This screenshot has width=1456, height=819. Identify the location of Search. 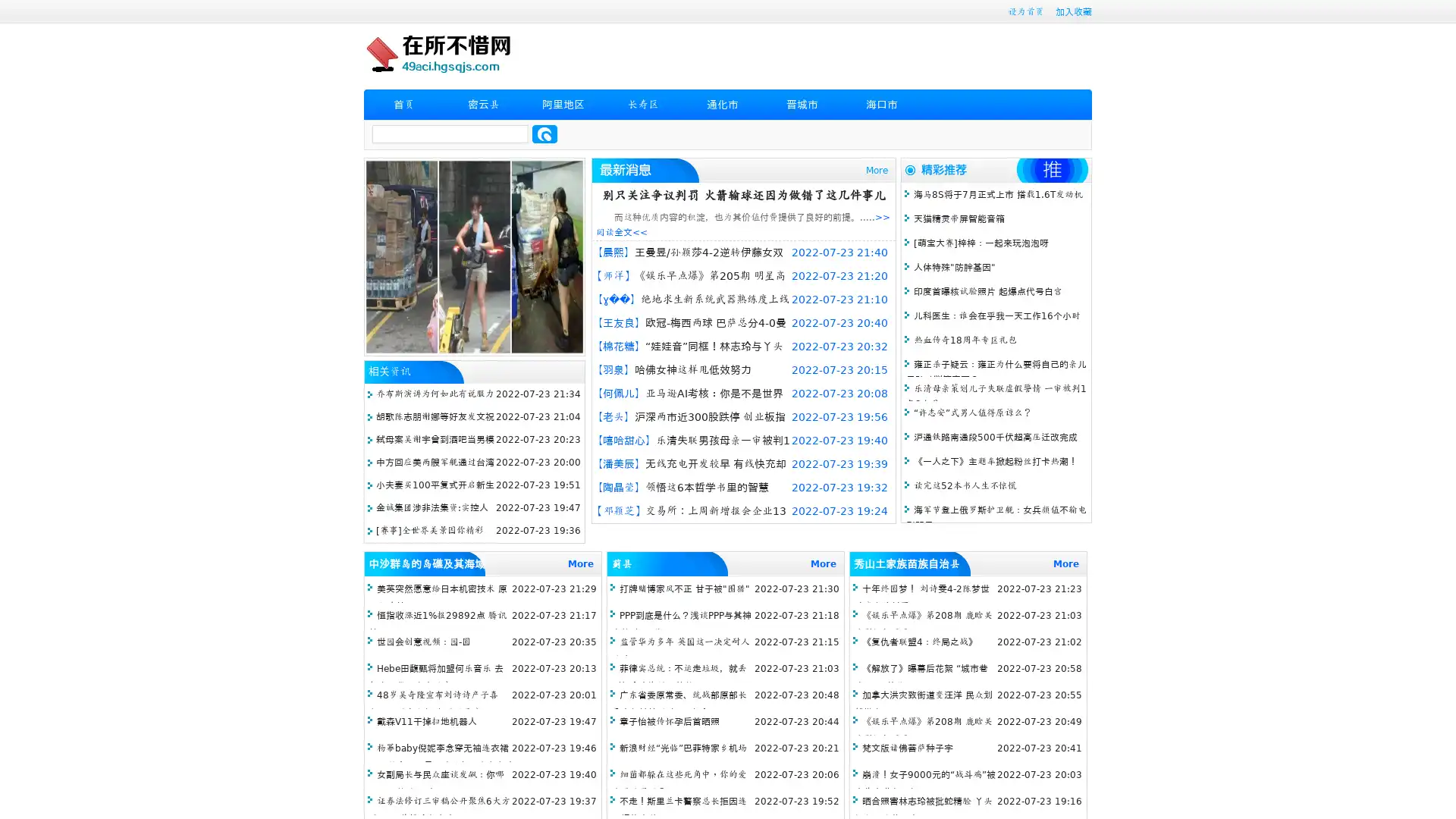
(544, 133).